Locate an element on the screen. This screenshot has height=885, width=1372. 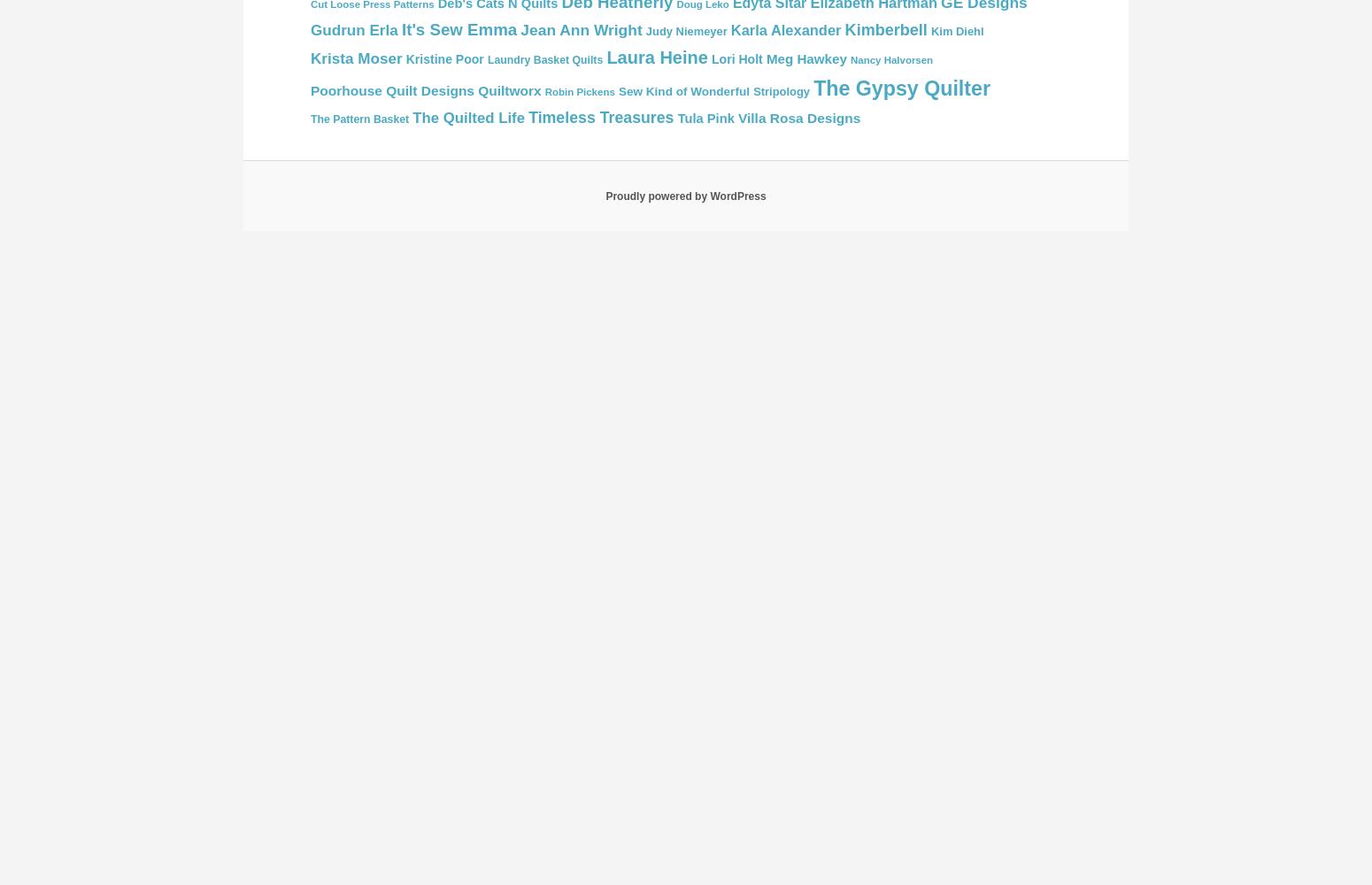
'Tula Pink' is located at coordinates (705, 119).